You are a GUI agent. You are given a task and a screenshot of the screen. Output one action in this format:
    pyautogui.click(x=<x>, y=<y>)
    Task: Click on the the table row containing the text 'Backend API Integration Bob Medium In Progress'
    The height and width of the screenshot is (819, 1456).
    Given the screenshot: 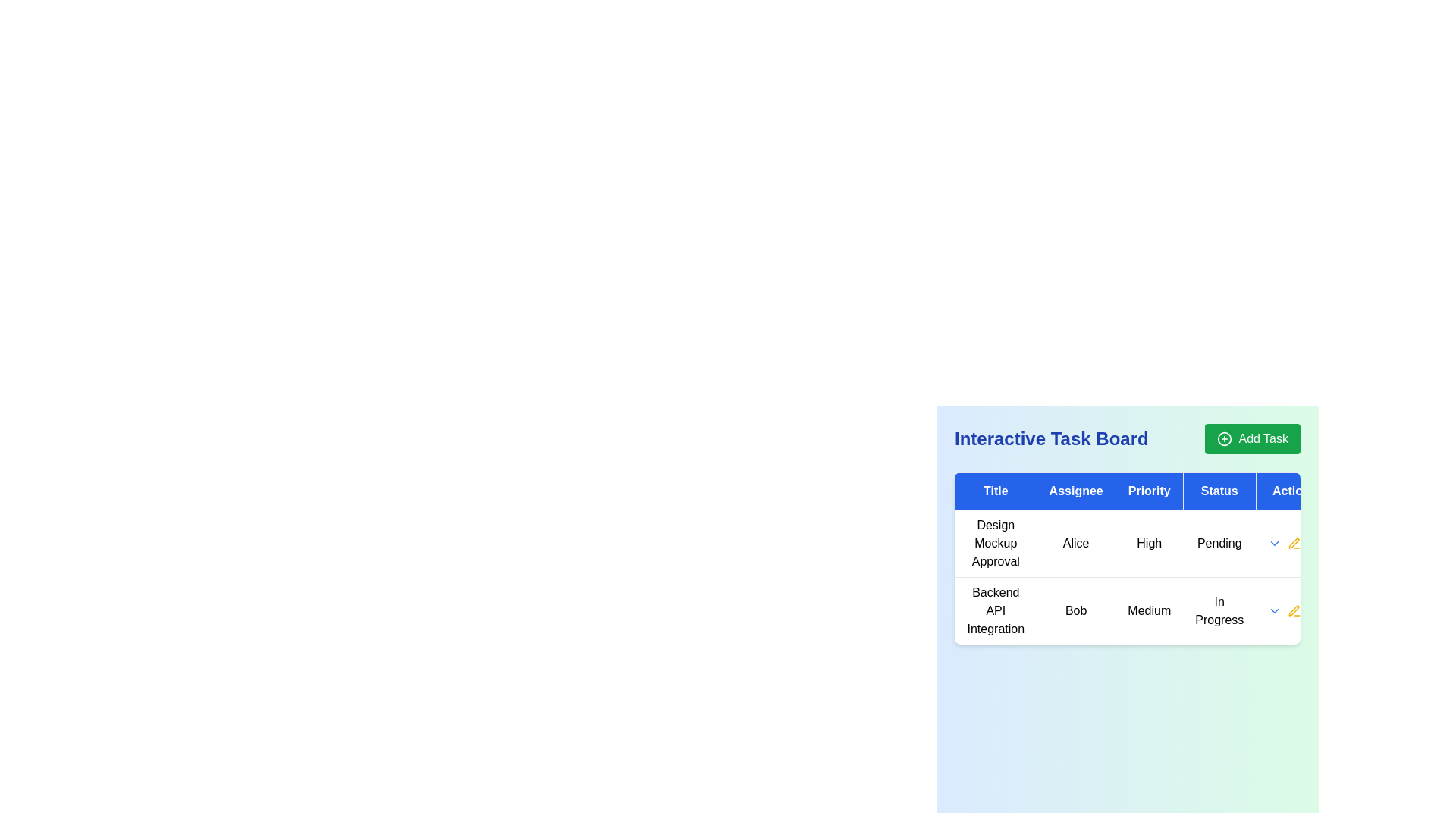 What is the action you would take?
    pyautogui.click(x=1144, y=610)
    